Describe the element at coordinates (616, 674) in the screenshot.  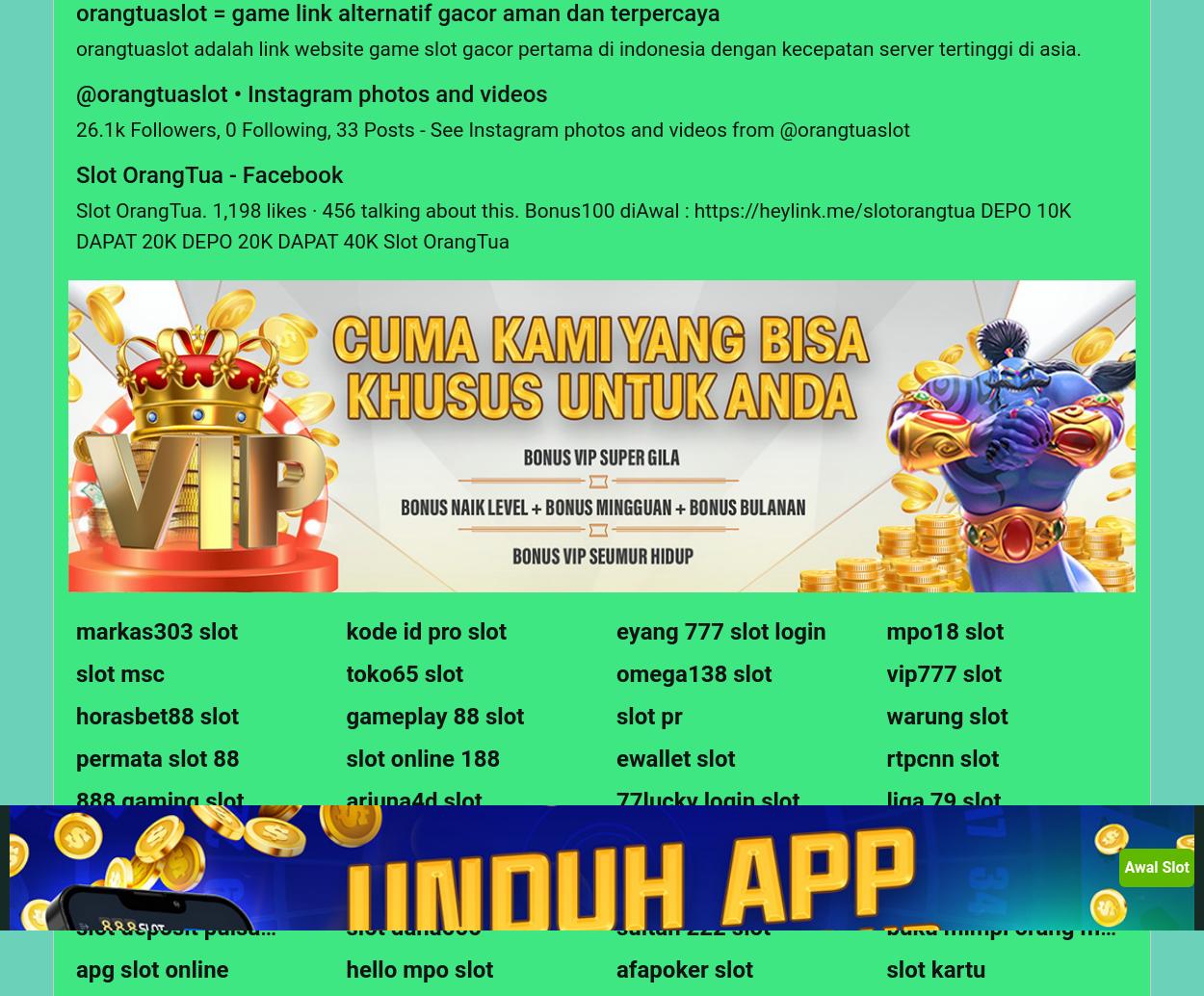
I see `'omega138 slot'` at that location.